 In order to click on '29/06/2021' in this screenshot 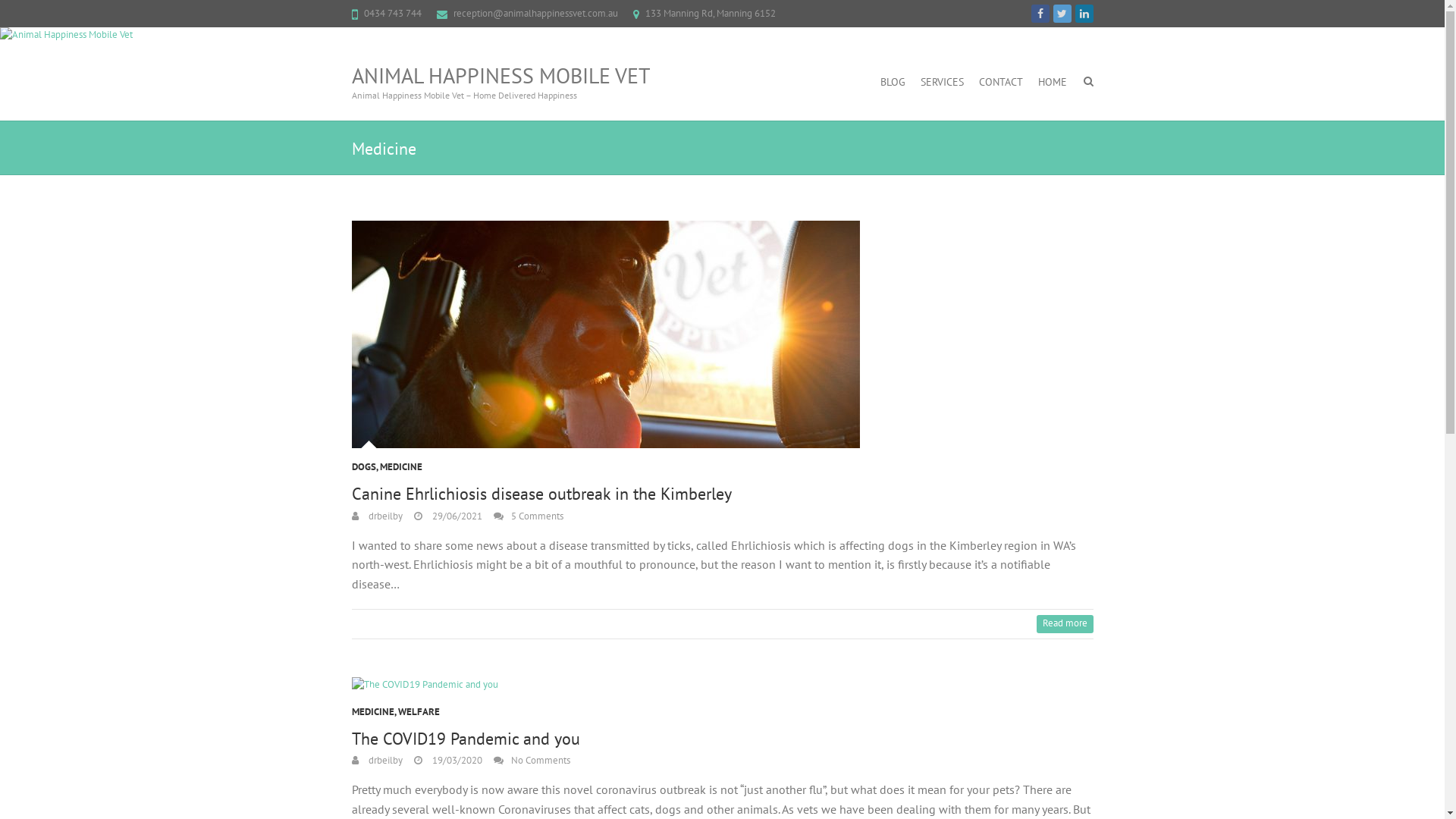, I will do `click(447, 515)`.